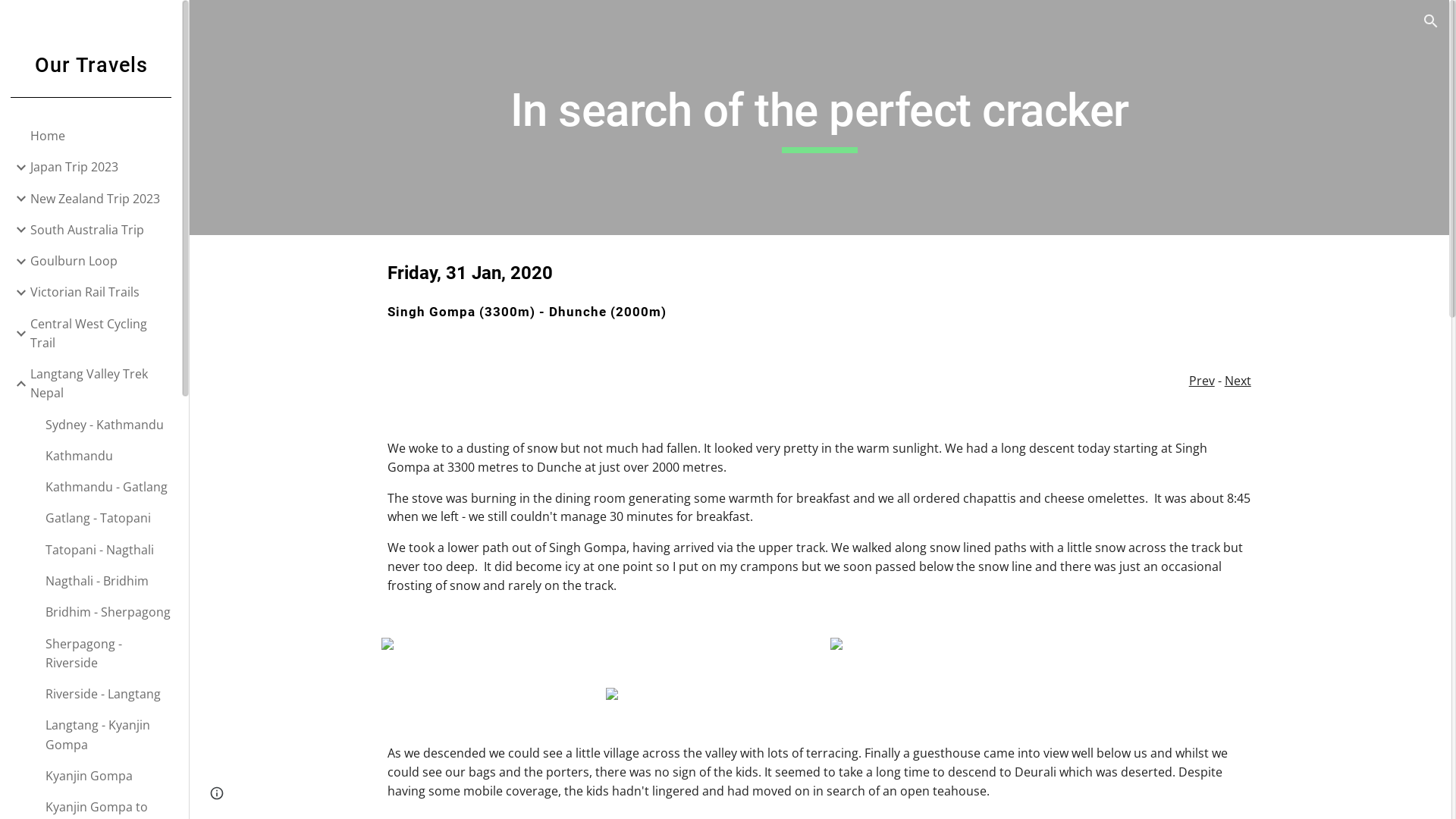 The width and height of the screenshot is (1456, 819). What do you see at coordinates (17, 230) in the screenshot?
I see `'Expand/Collapse'` at bounding box center [17, 230].